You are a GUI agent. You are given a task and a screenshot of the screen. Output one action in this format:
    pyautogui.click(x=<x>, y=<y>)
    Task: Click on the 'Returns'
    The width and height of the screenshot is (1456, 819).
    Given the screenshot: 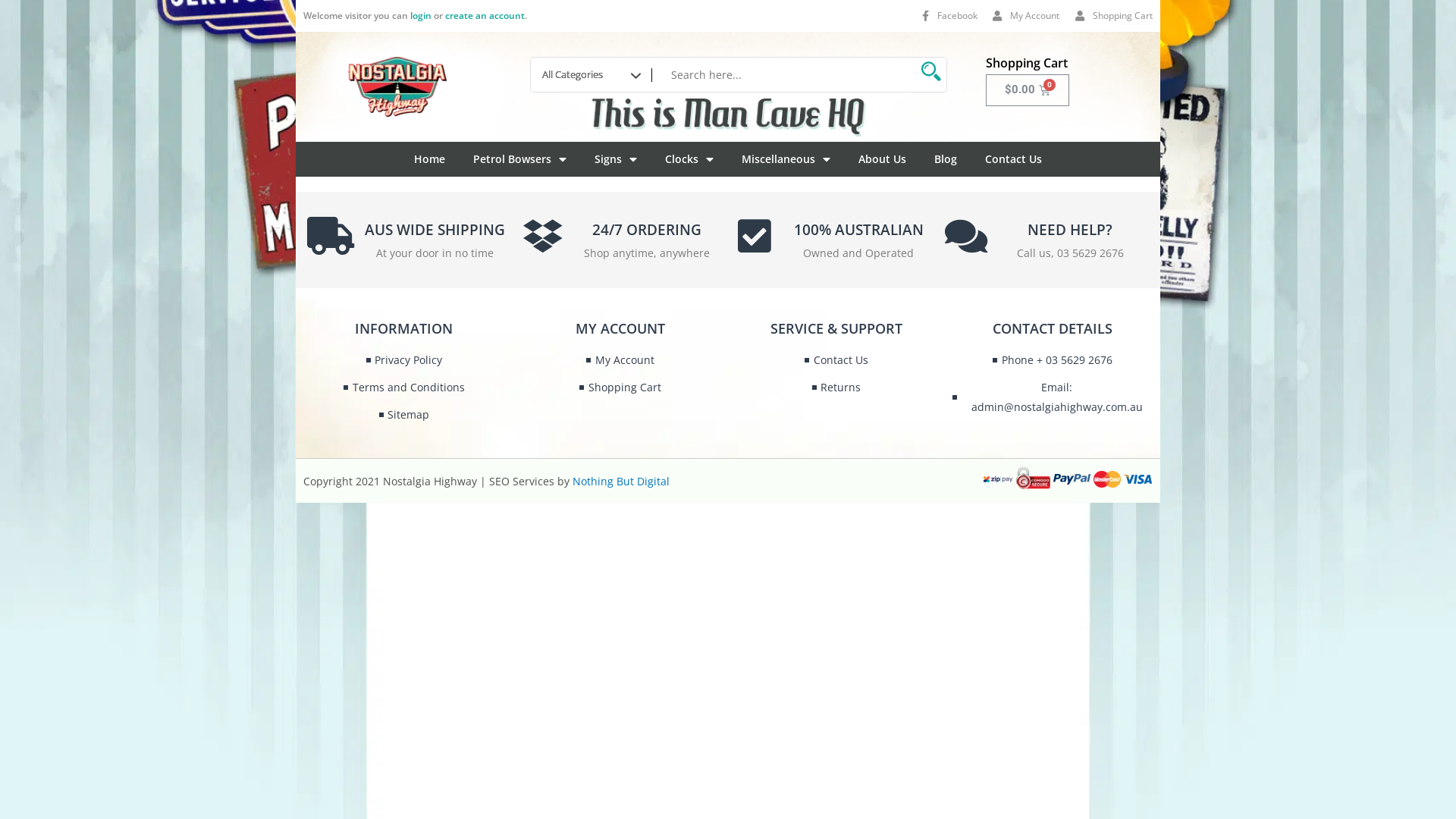 What is the action you would take?
    pyautogui.click(x=836, y=386)
    